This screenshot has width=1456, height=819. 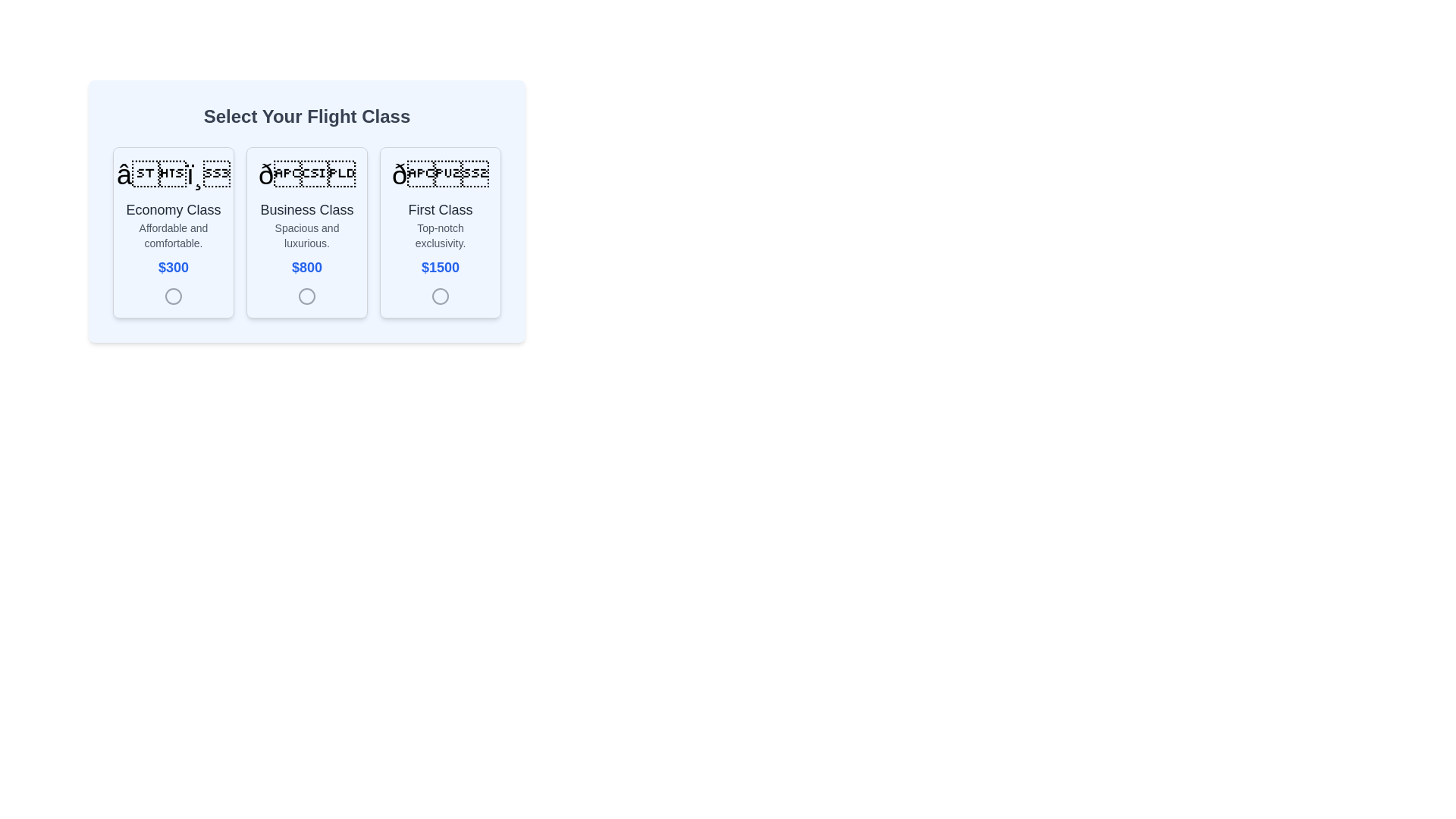 What do you see at coordinates (306, 236) in the screenshot?
I see `information displayed in the text label that says 'Spacious and luxurious.' located beneath the main title 'Business Class' in the second card layout` at bounding box center [306, 236].